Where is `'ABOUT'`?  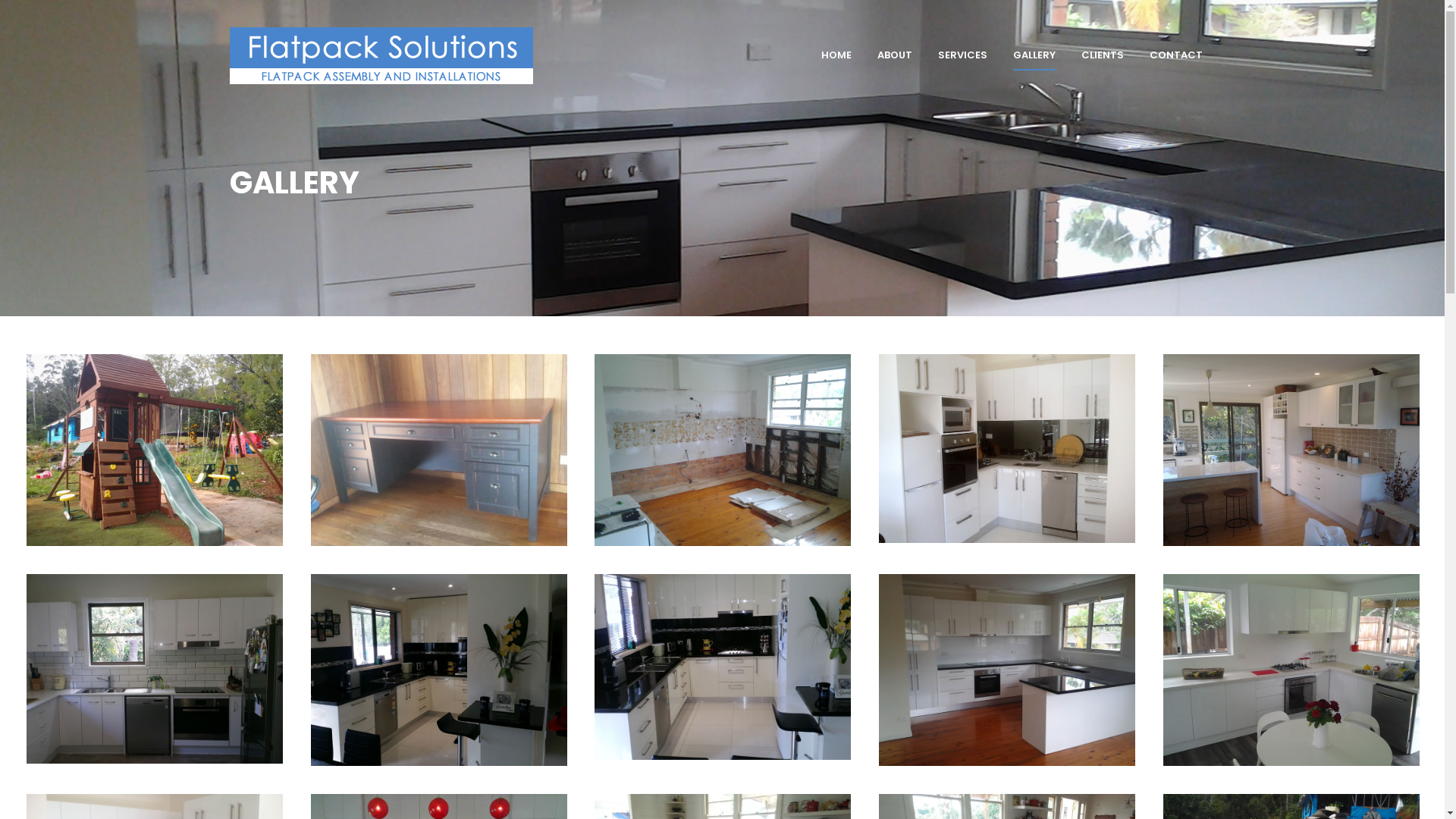 'ABOUT' is located at coordinates (895, 55).